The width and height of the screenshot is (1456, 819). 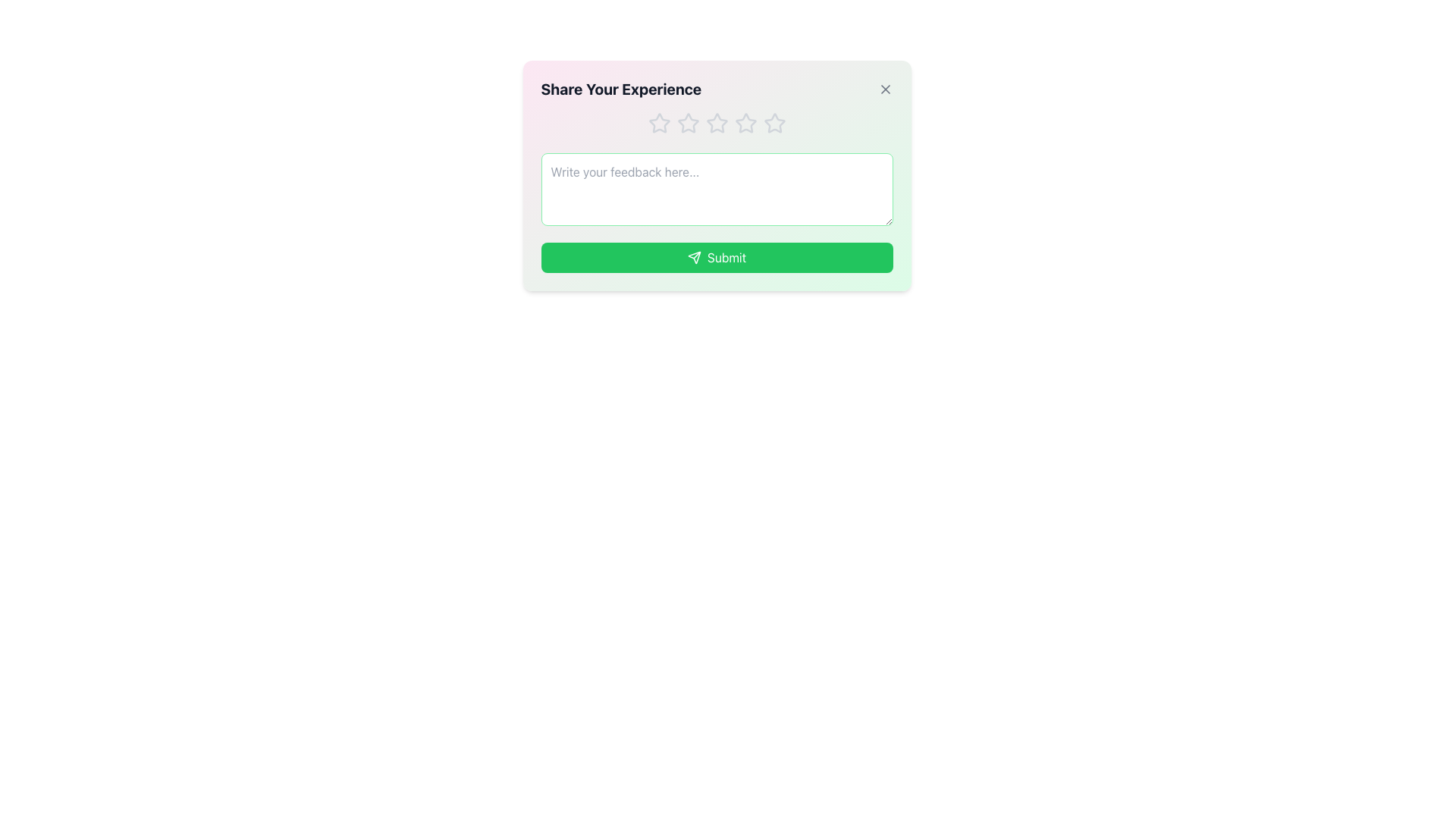 I want to click on the third star icon in the five-star rating system, so click(x=716, y=122).